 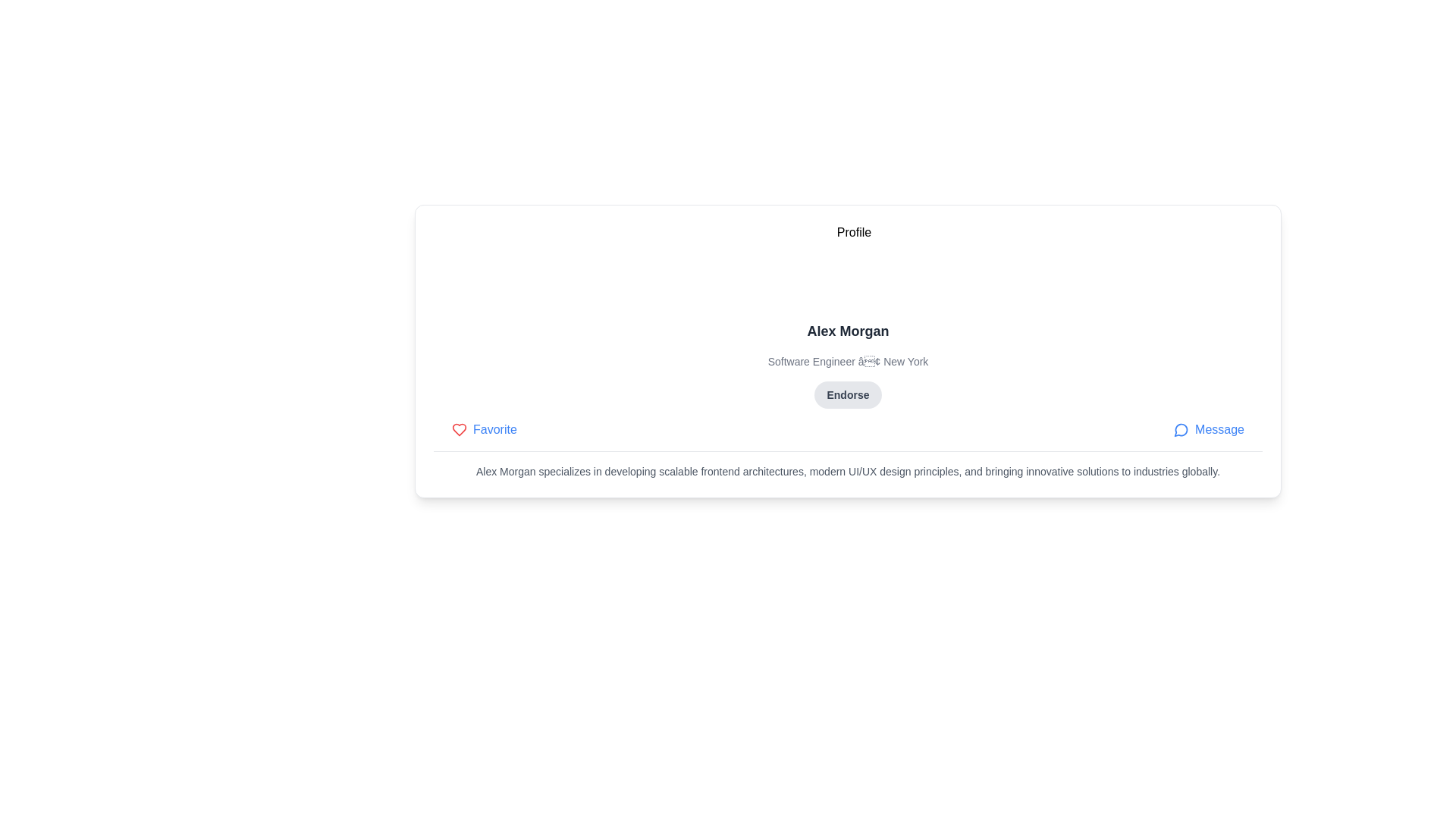 What do you see at coordinates (1208, 430) in the screenshot?
I see `the interactive link labeled 'Message' that includes a chat bubble icon to initiate a message` at bounding box center [1208, 430].